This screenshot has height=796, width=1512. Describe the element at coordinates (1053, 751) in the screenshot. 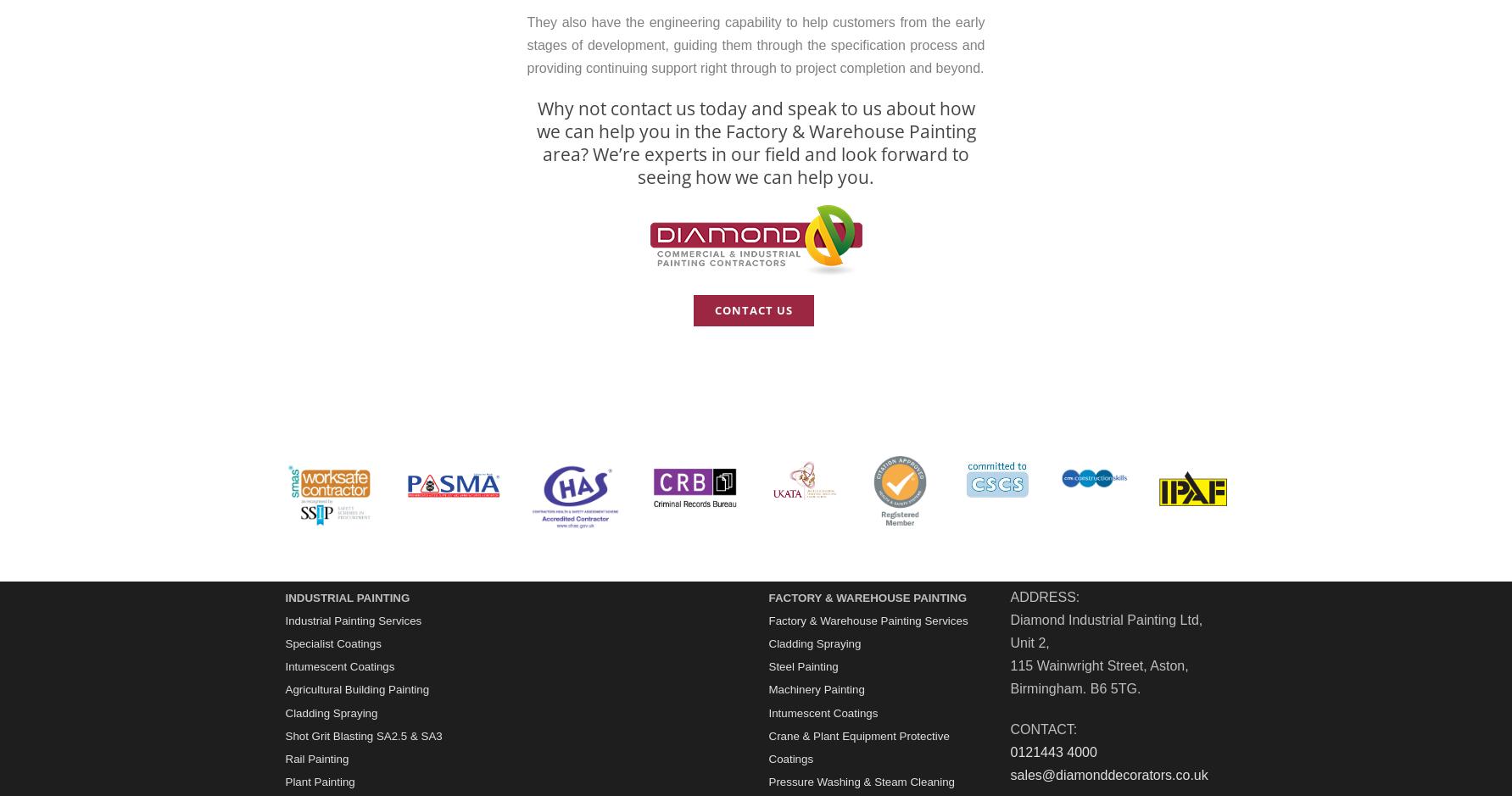

I see `'0121443 4000'` at that location.